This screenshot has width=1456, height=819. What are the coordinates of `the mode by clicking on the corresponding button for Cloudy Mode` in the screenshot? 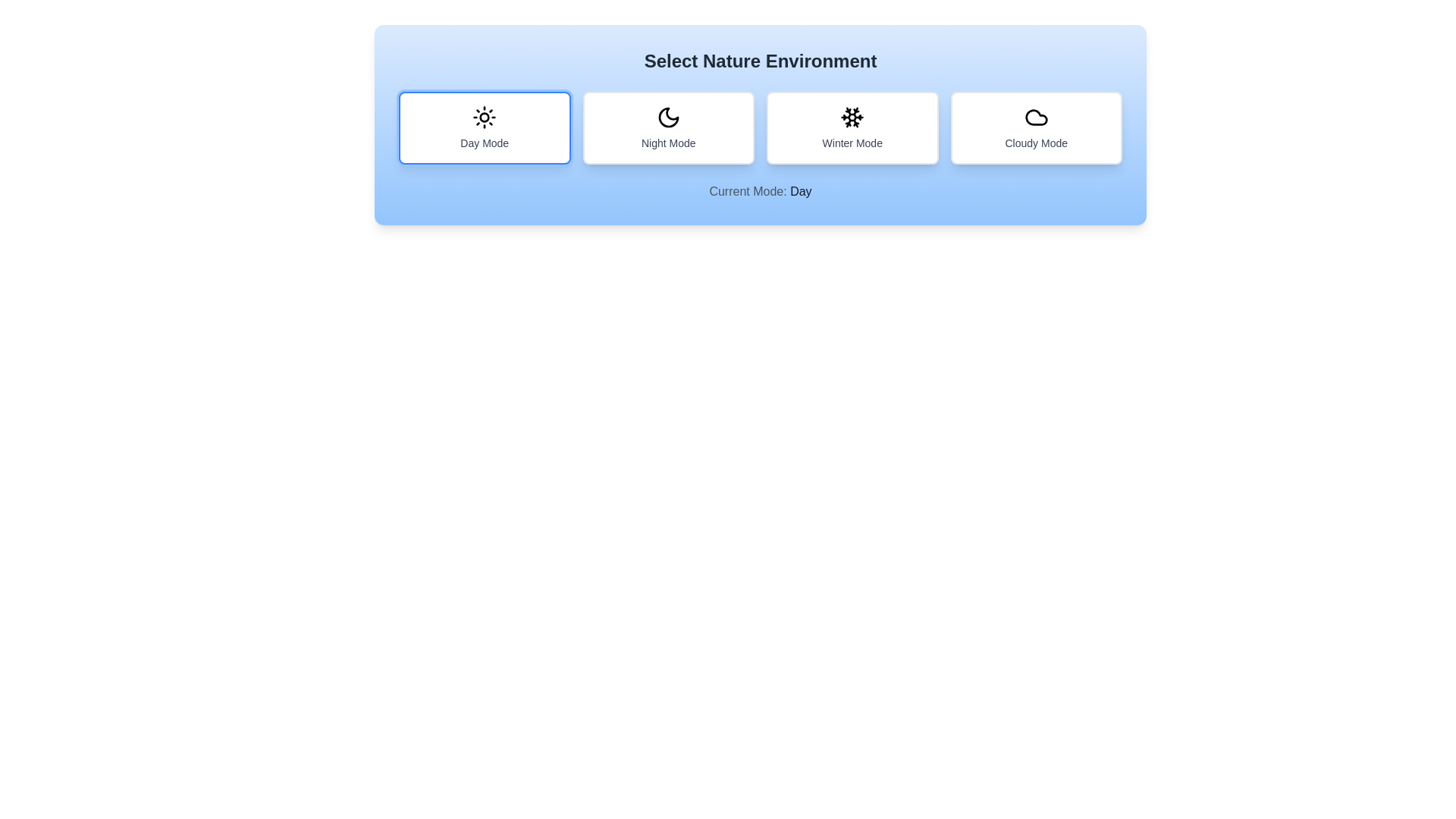 It's located at (1035, 127).